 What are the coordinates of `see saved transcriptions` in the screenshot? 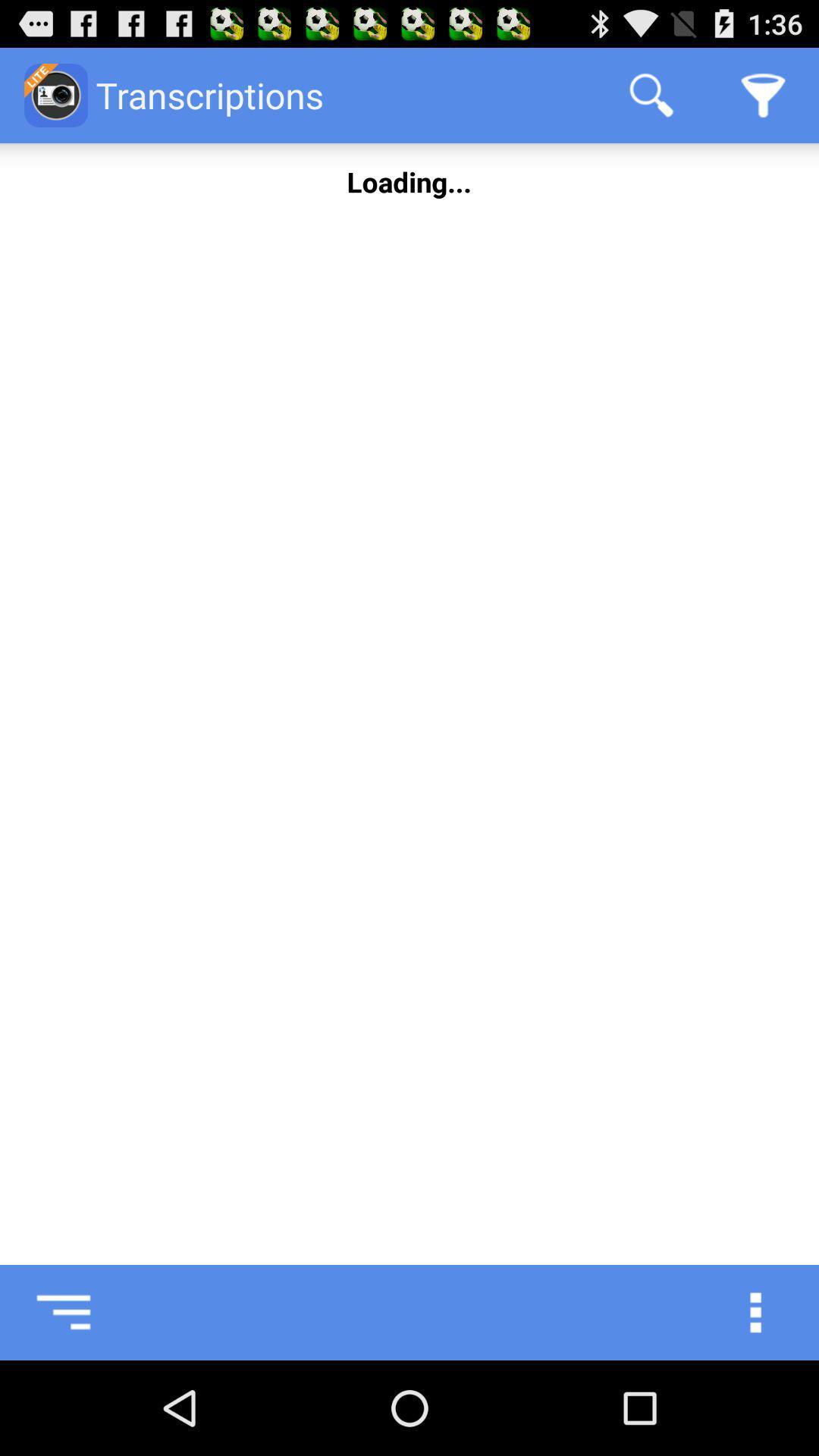 It's located at (46, 1312).